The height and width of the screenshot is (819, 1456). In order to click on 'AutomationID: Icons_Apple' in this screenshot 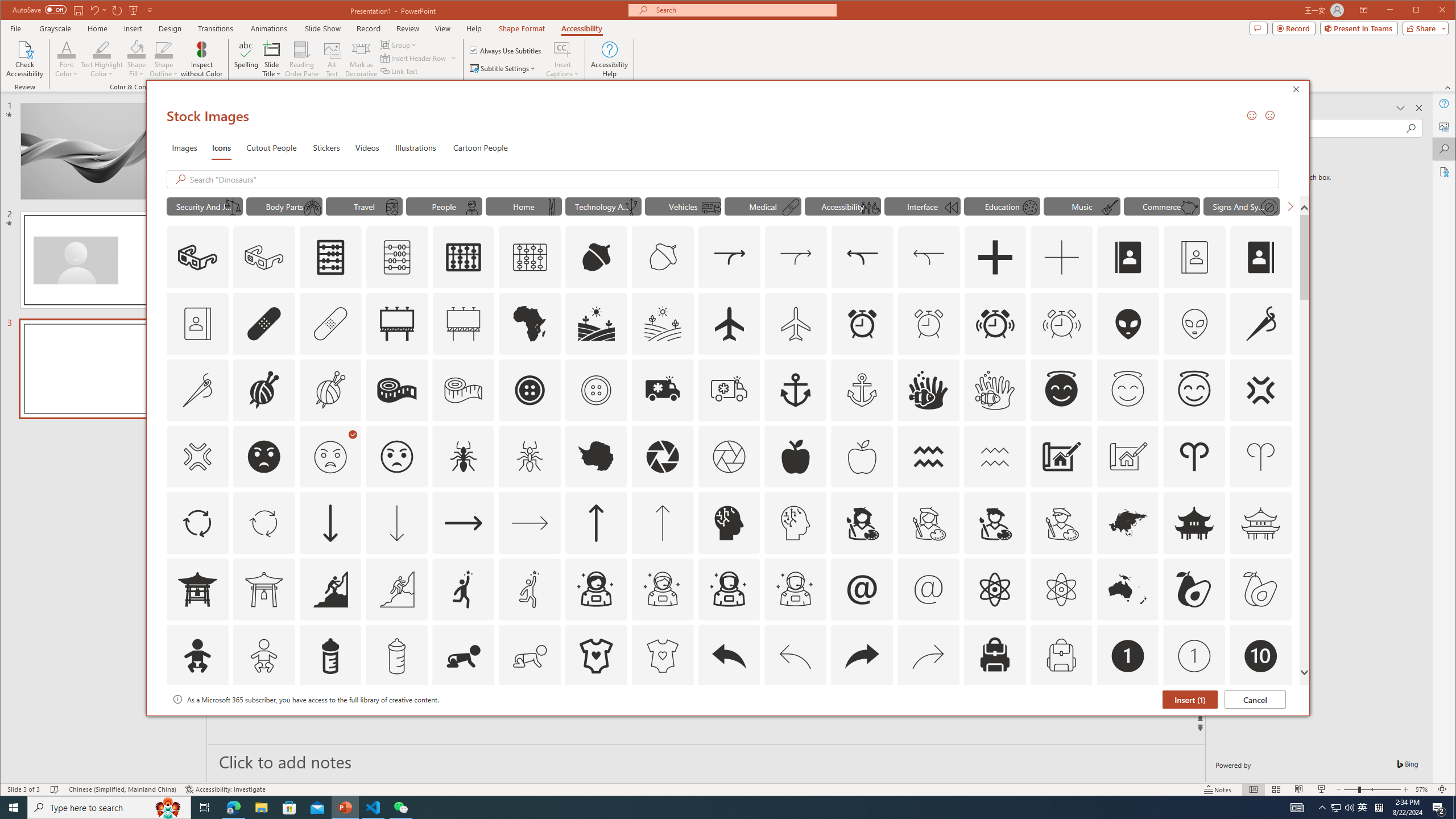, I will do `click(795, 457)`.